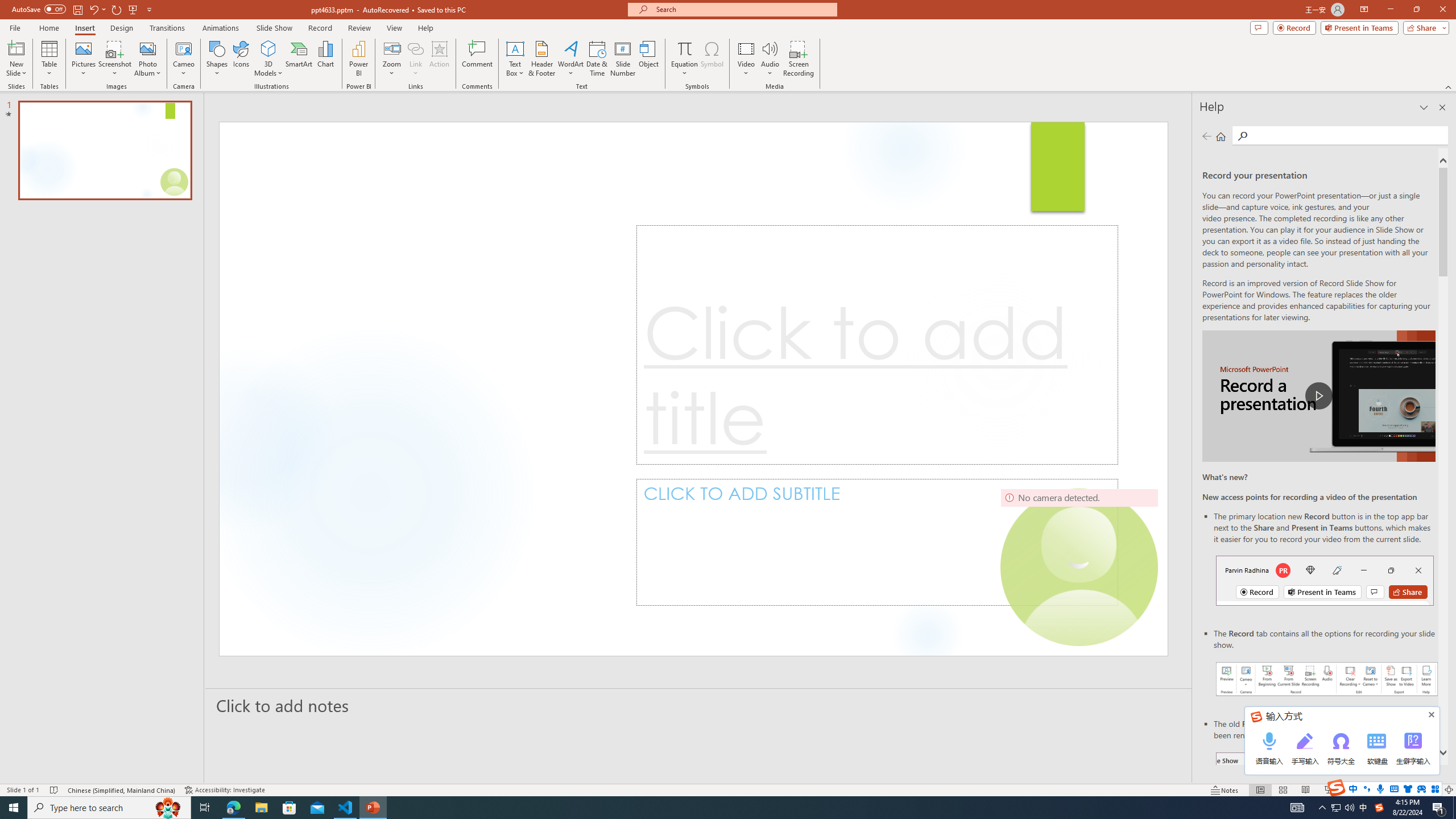 This screenshot has width=1456, height=819. I want to click on 'Table', so click(49, 59).